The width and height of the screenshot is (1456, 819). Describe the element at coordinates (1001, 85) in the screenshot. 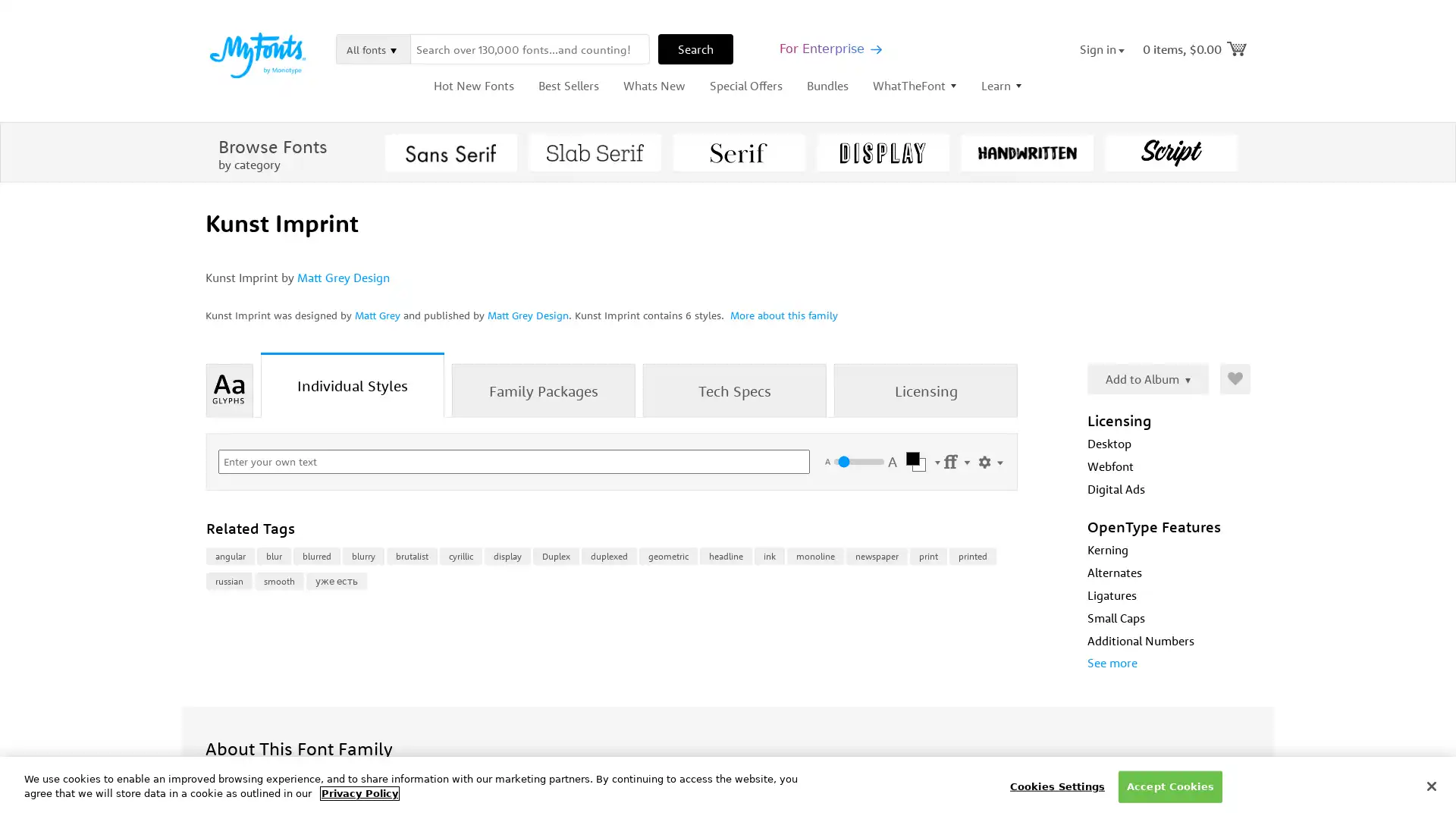

I see `Learn` at that location.